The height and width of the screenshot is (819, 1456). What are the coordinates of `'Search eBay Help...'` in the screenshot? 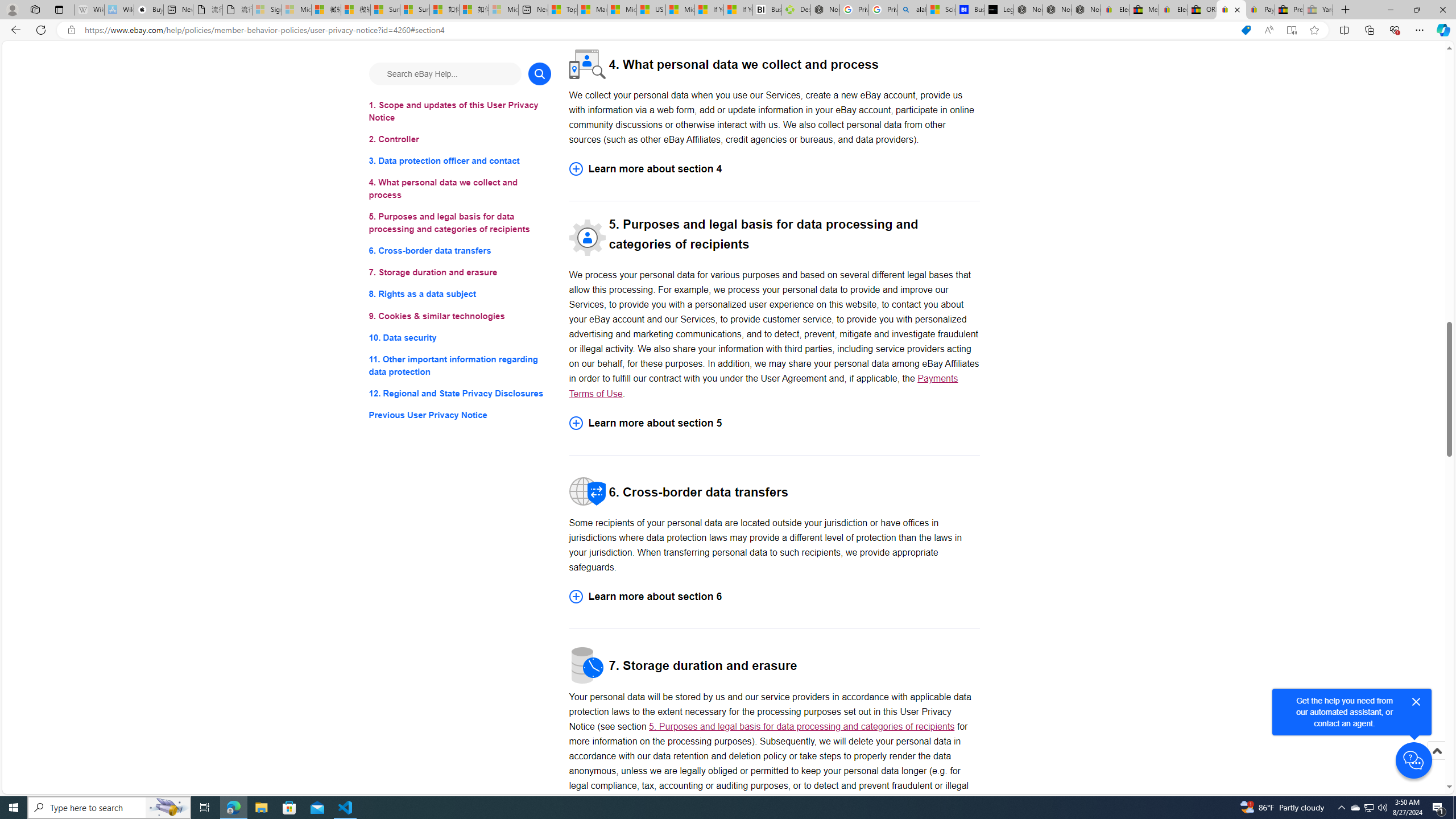 It's located at (445, 73).